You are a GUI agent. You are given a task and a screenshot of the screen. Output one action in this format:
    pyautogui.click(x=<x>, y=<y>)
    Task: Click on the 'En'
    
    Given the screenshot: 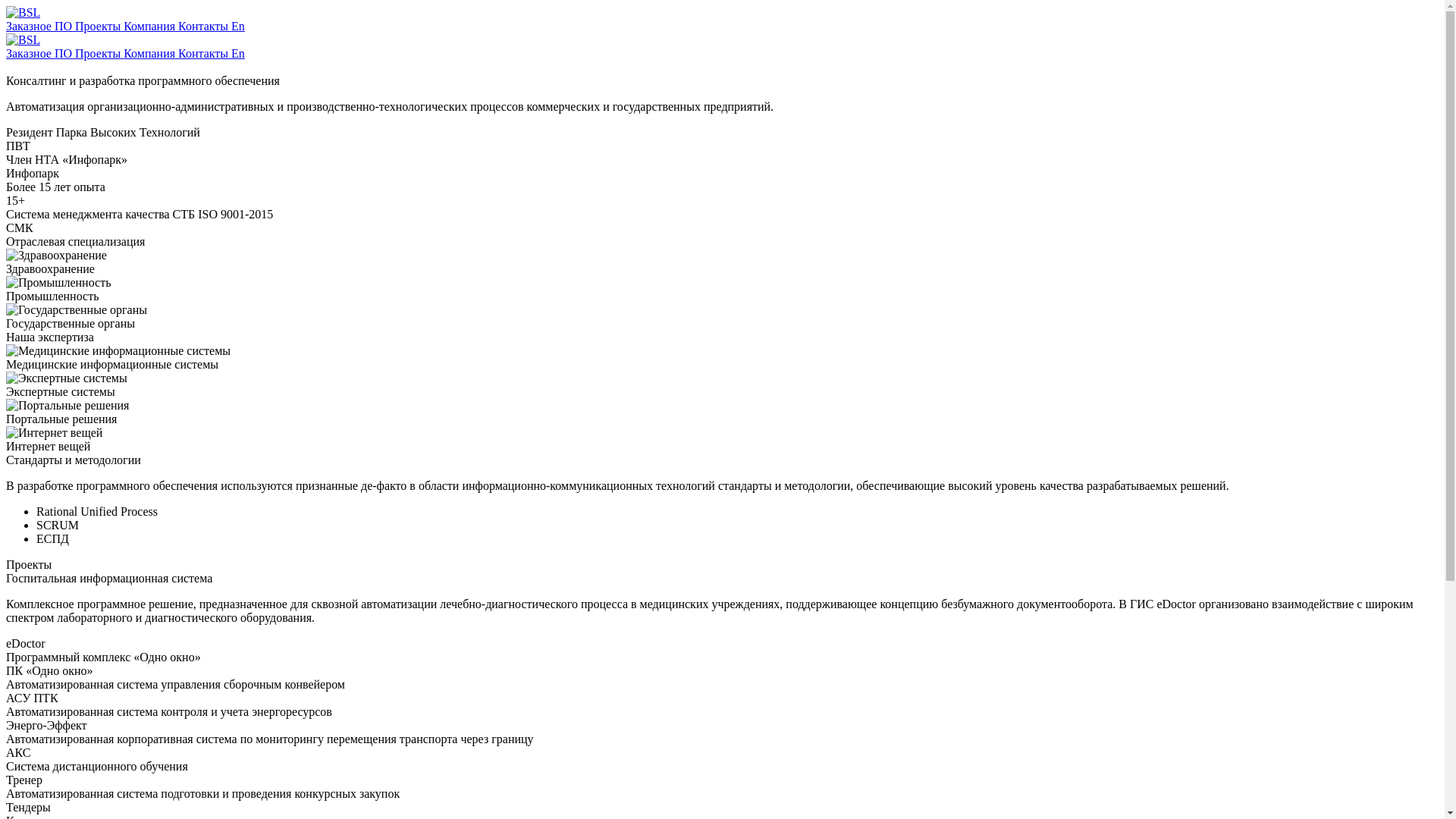 What is the action you would take?
    pyautogui.click(x=231, y=52)
    